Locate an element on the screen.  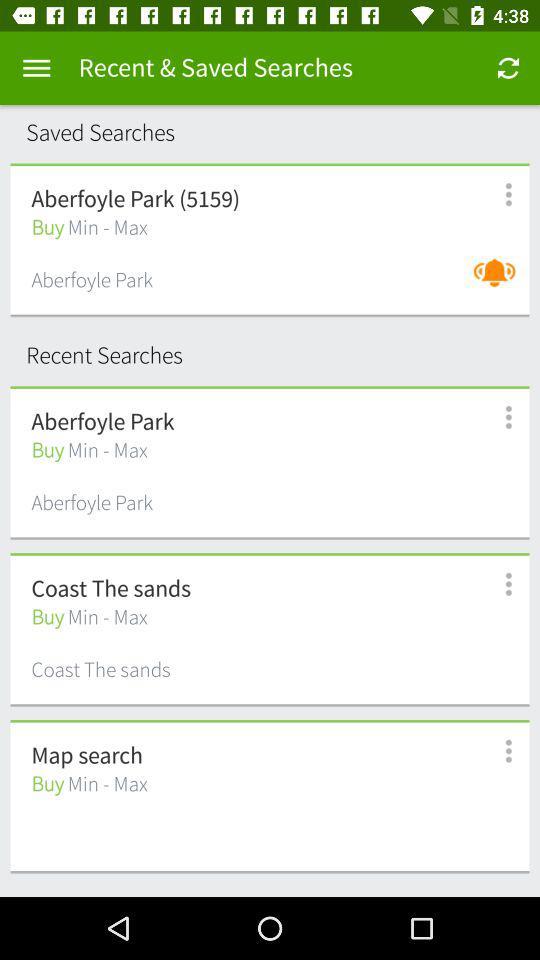
see search options is located at coordinates (496, 584).